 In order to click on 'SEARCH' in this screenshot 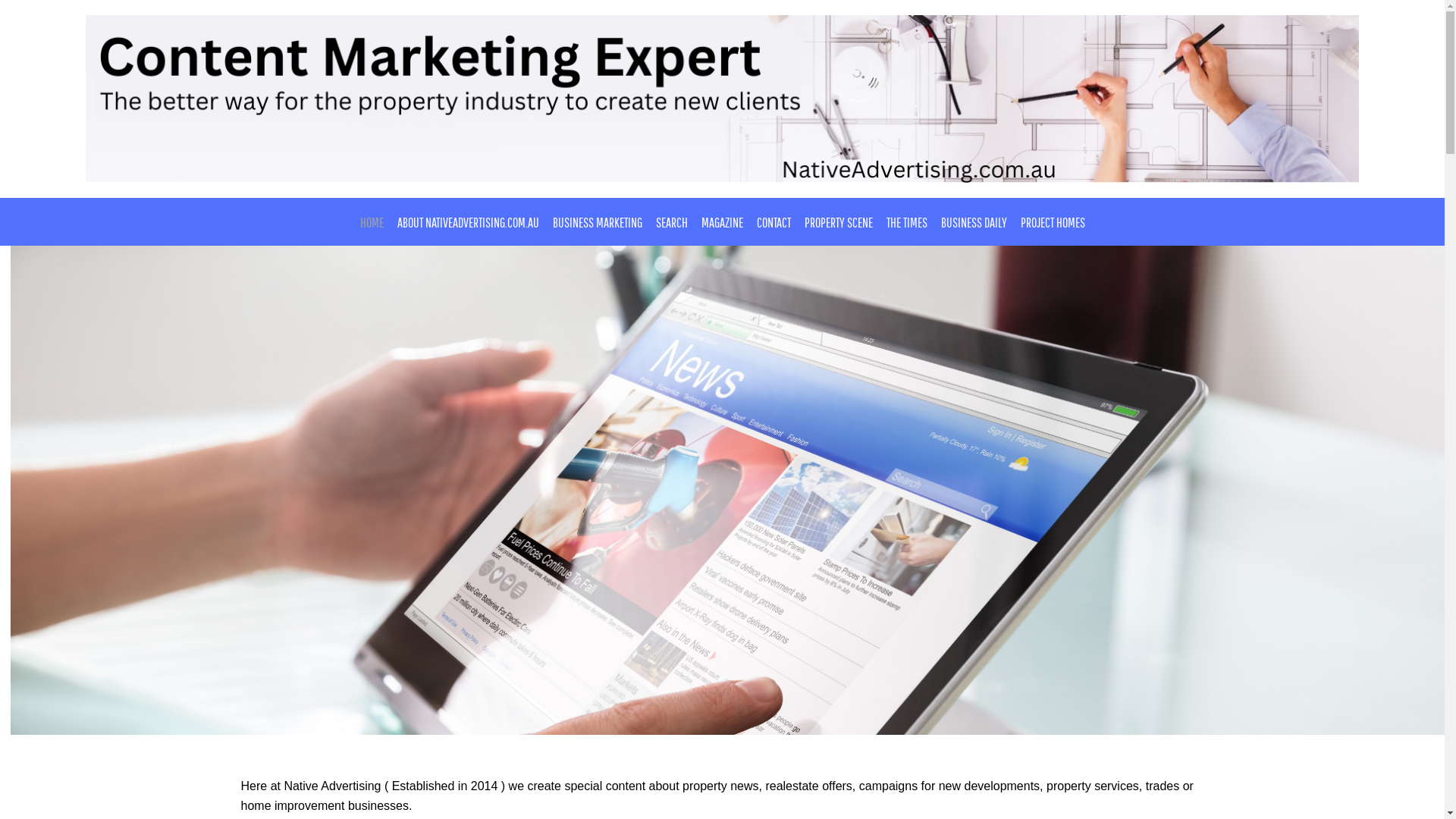, I will do `click(648, 222)`.